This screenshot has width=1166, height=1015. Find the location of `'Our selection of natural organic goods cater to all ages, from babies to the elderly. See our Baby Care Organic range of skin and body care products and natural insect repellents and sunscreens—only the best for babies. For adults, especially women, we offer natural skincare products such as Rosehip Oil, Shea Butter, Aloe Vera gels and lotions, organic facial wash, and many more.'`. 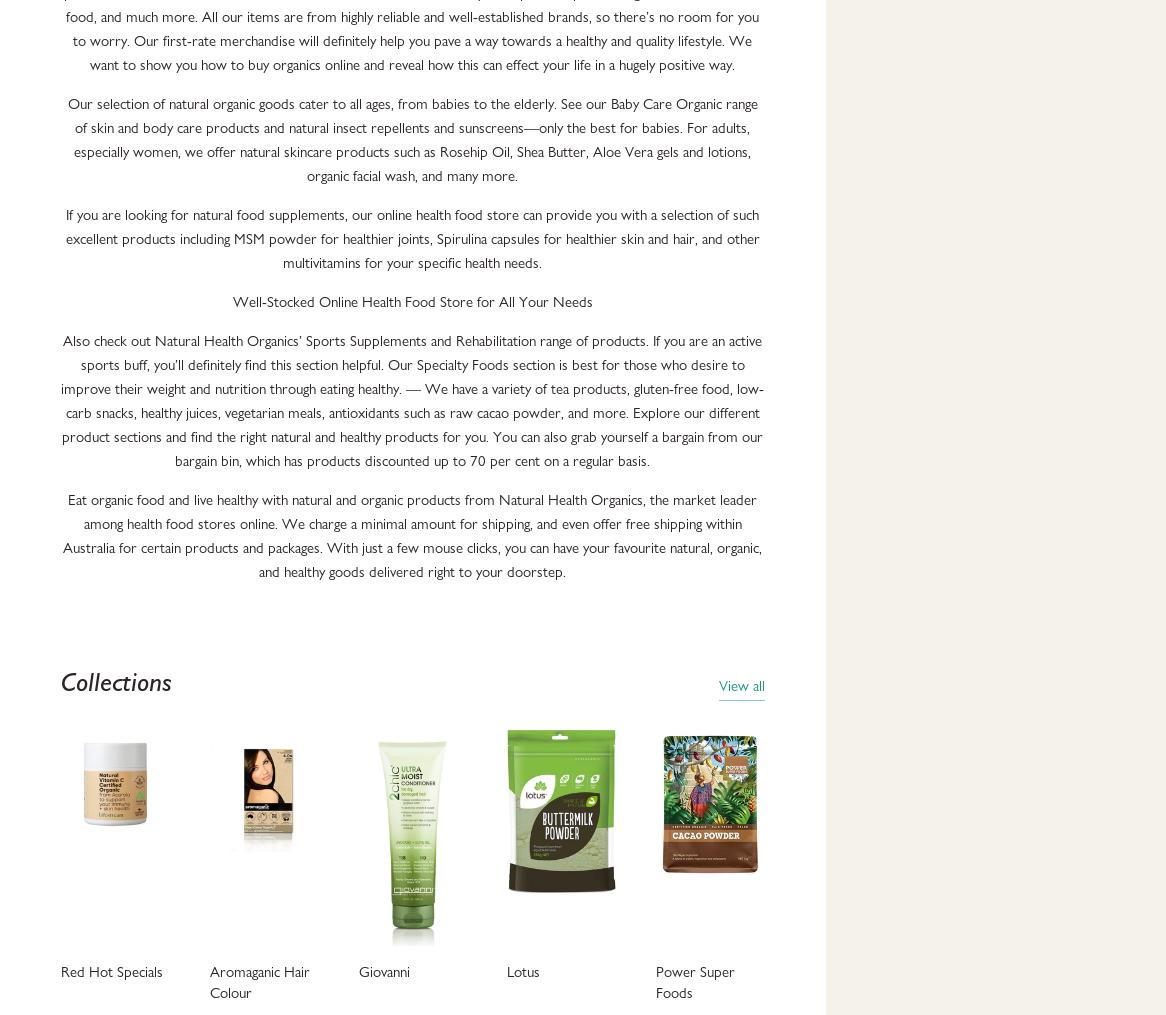

'Our selection of natural organic goods cater to all ages, from babies to the elderly. See our Baby Care Organic range of skin and body care products and natural insect repellents and sunscreens—only the best for babies. For adults, especially women, we offer natural skincare products such as Rosehip Oil, Shea Butter, Aloe Vera gels and lotions, organic facial wash, and many more.' is located at coordinates (66, 138).